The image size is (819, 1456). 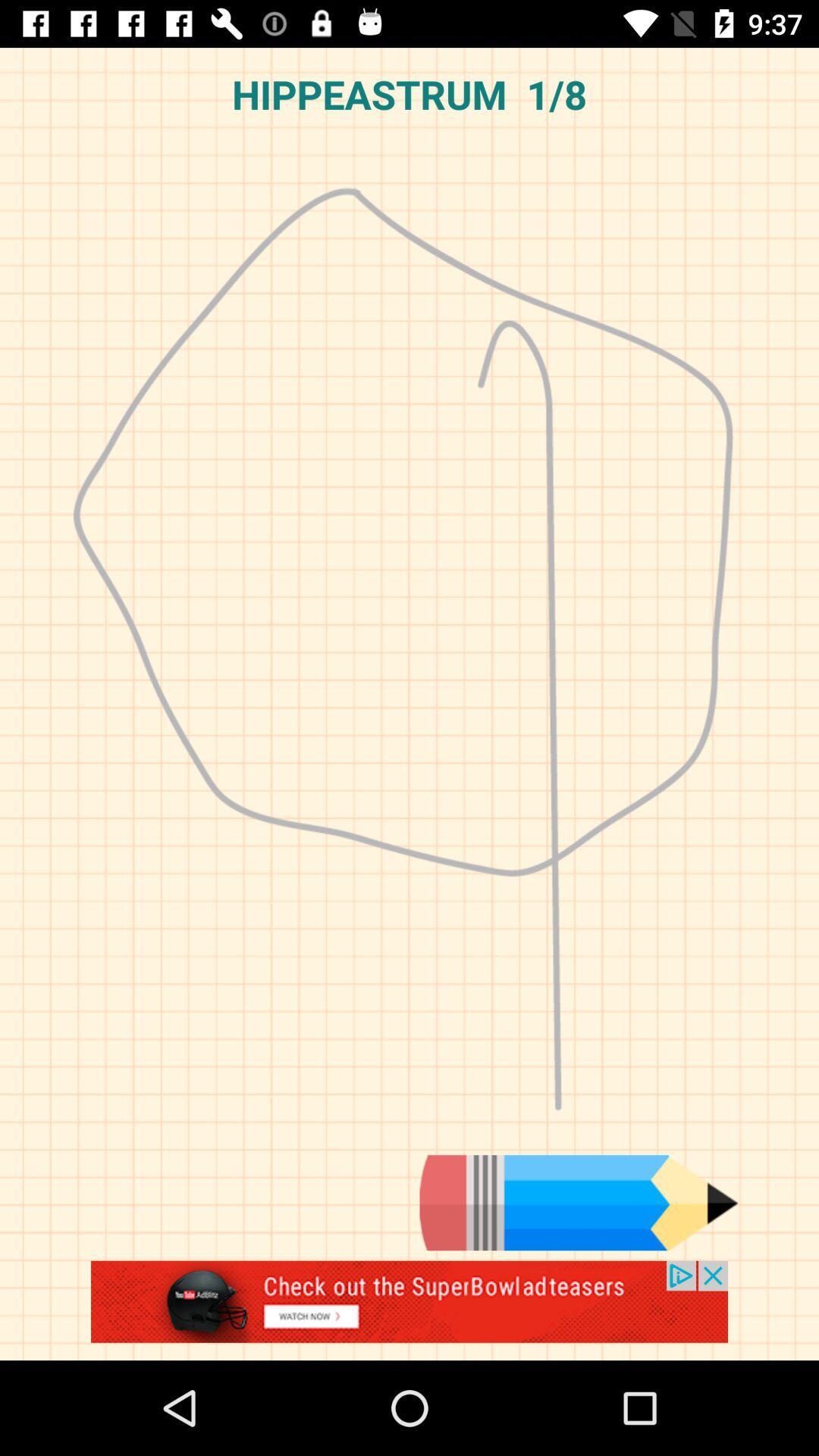 What do you see at coordinates (409, 1310) in the screenshot?
I see `advertisement about youtube` at bounding box center [409, 1310].